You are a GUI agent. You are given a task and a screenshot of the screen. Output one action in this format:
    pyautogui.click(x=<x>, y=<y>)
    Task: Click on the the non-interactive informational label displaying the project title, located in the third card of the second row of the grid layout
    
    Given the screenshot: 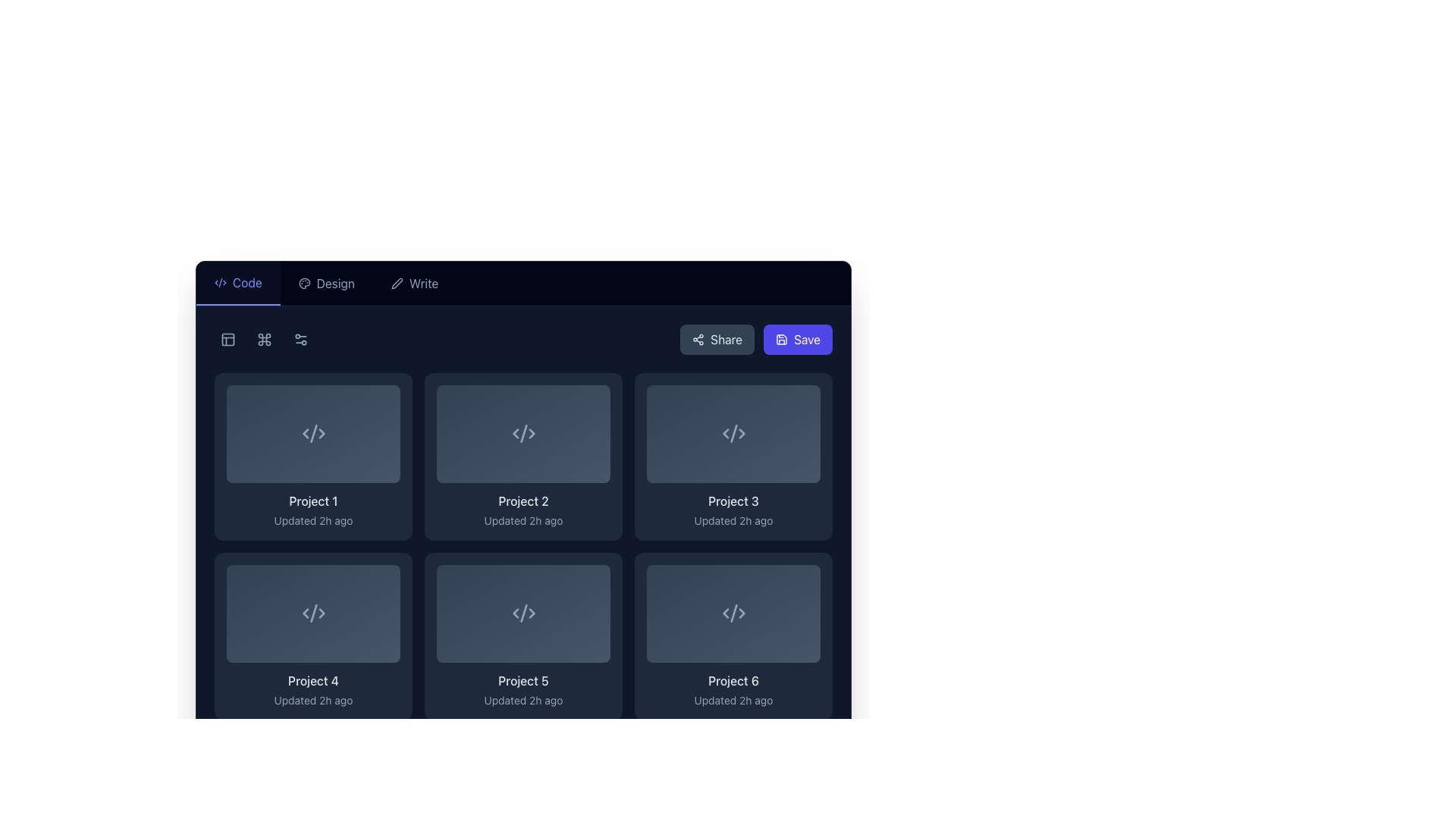 What is the action you would take?
    pyautogui.click(x=733, y=500)
    